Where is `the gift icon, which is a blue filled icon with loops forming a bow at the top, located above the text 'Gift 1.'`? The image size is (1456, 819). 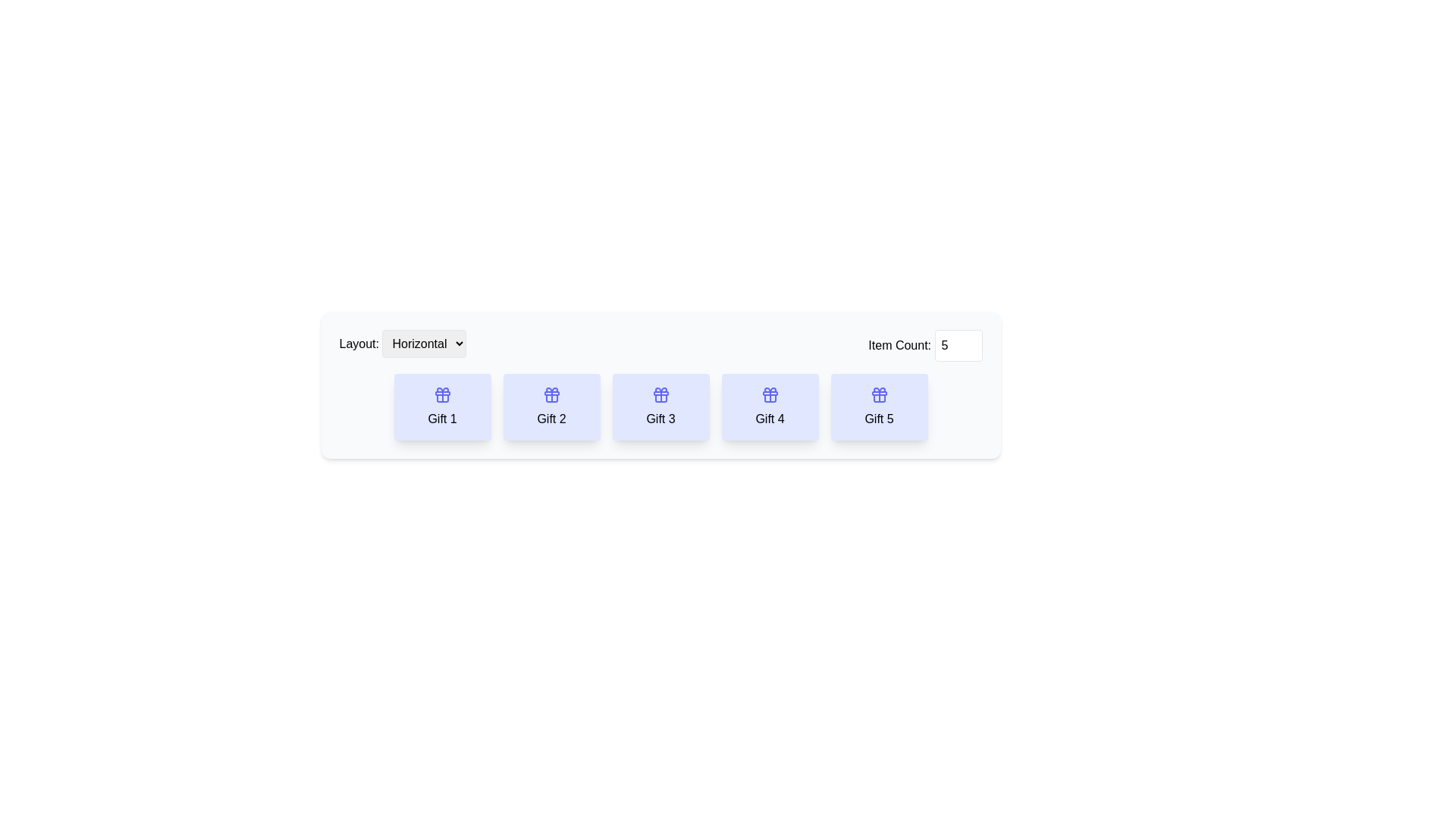
the gift icon, which is a blue filled icon with loops forming a bow at the top, located above the text 'Gift 1.' is located at coordinates (441, 394).